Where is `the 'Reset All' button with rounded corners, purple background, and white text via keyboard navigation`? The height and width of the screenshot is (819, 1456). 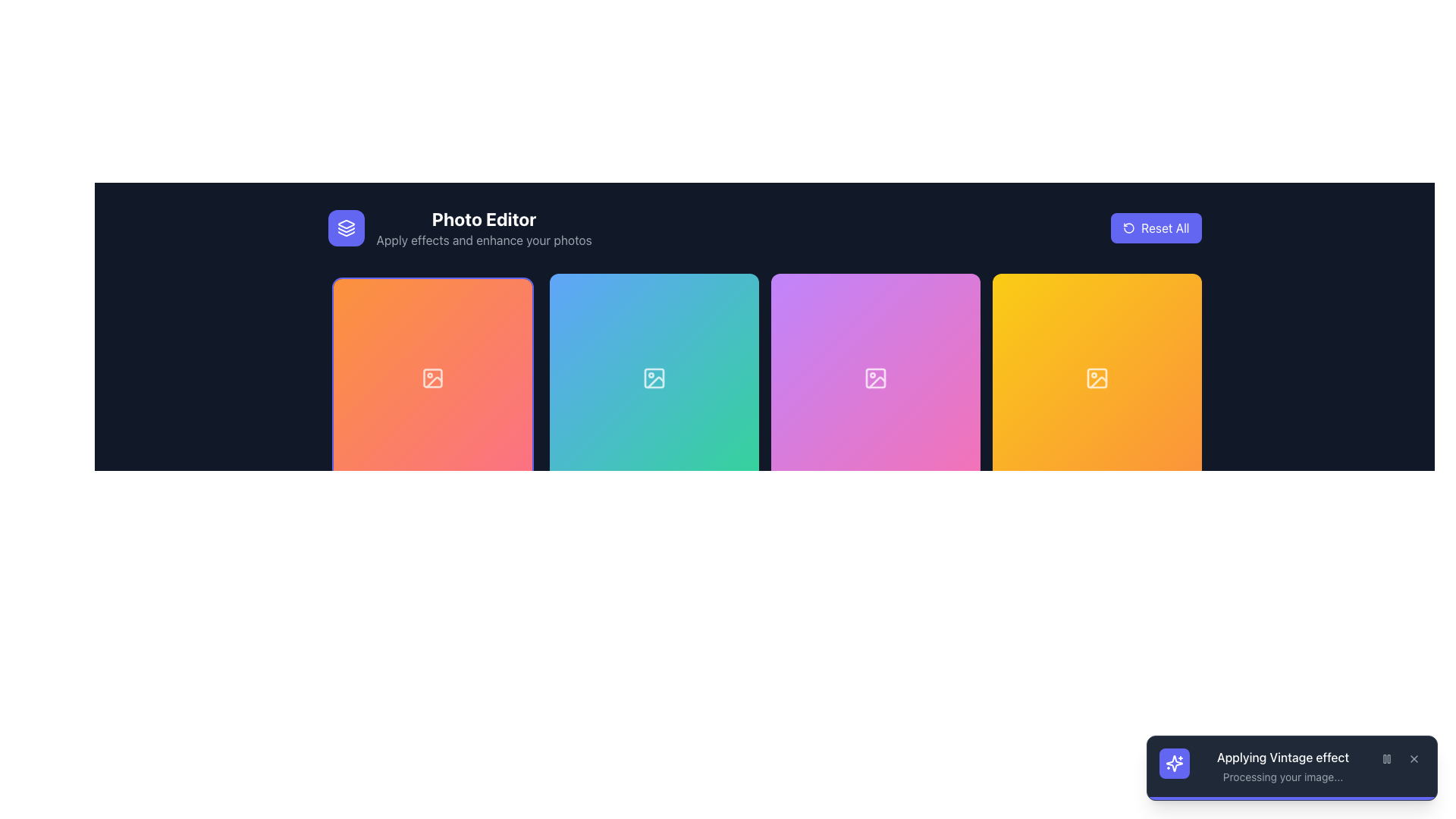
the 'Reset All' button with rounded corners, purple background, and white text via keyboard navigation is located at coordinates (1155, 227).